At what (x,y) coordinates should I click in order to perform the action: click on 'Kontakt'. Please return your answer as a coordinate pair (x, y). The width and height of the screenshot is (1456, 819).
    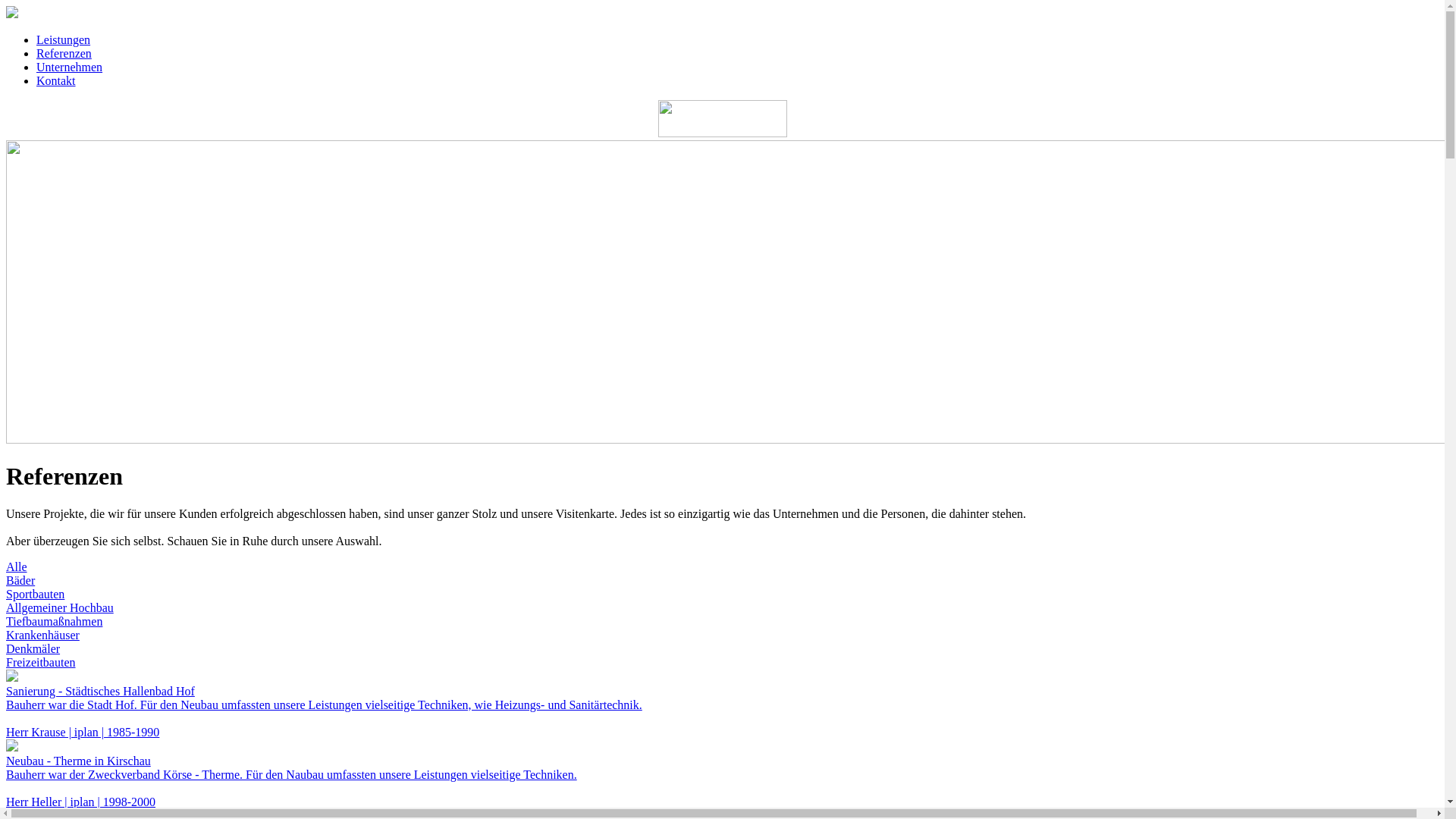
    Looking at the image, I should click on (55, 80).